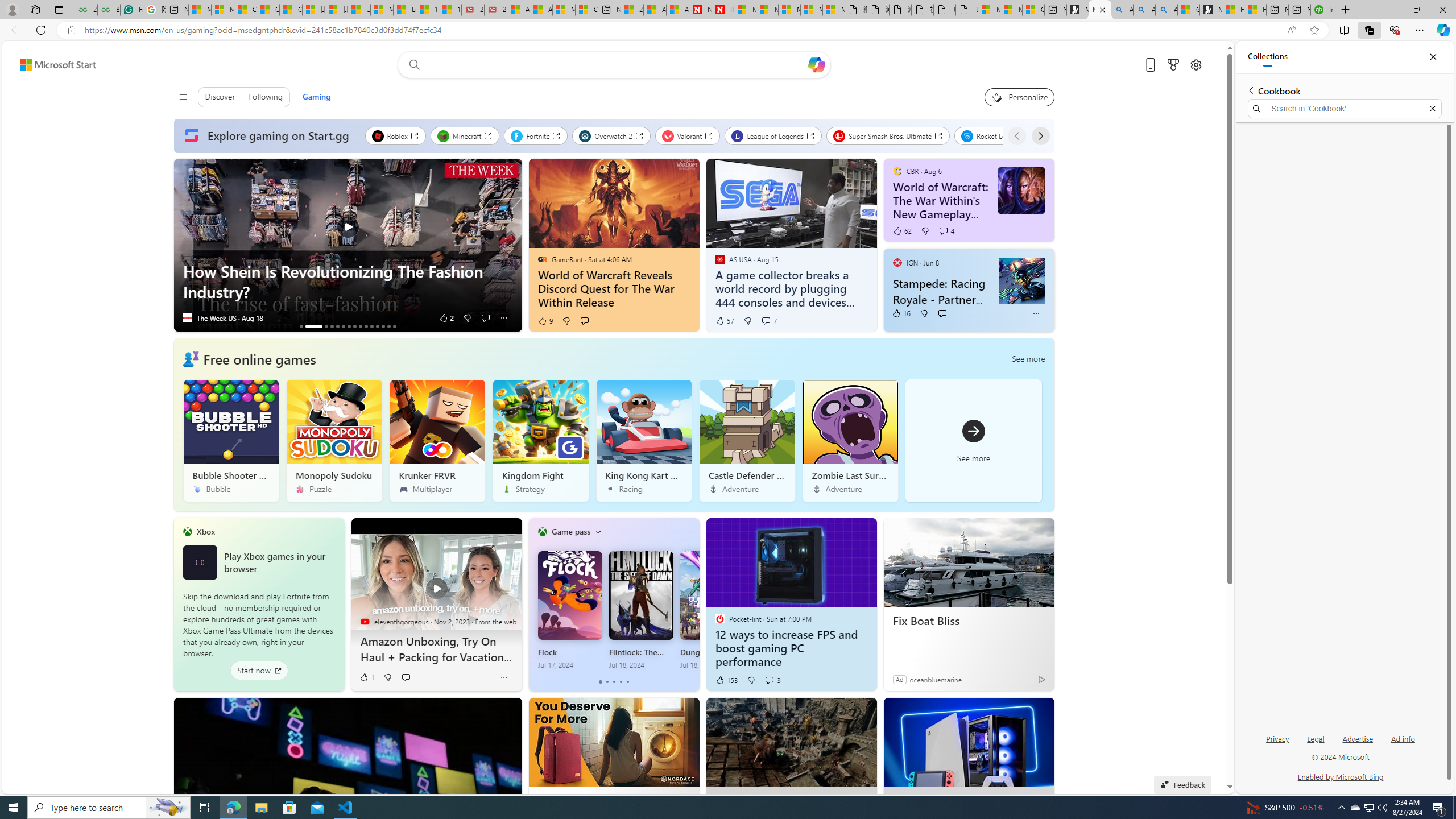  I want to click on 'Bubble Shooter HD', so click(230, 440).